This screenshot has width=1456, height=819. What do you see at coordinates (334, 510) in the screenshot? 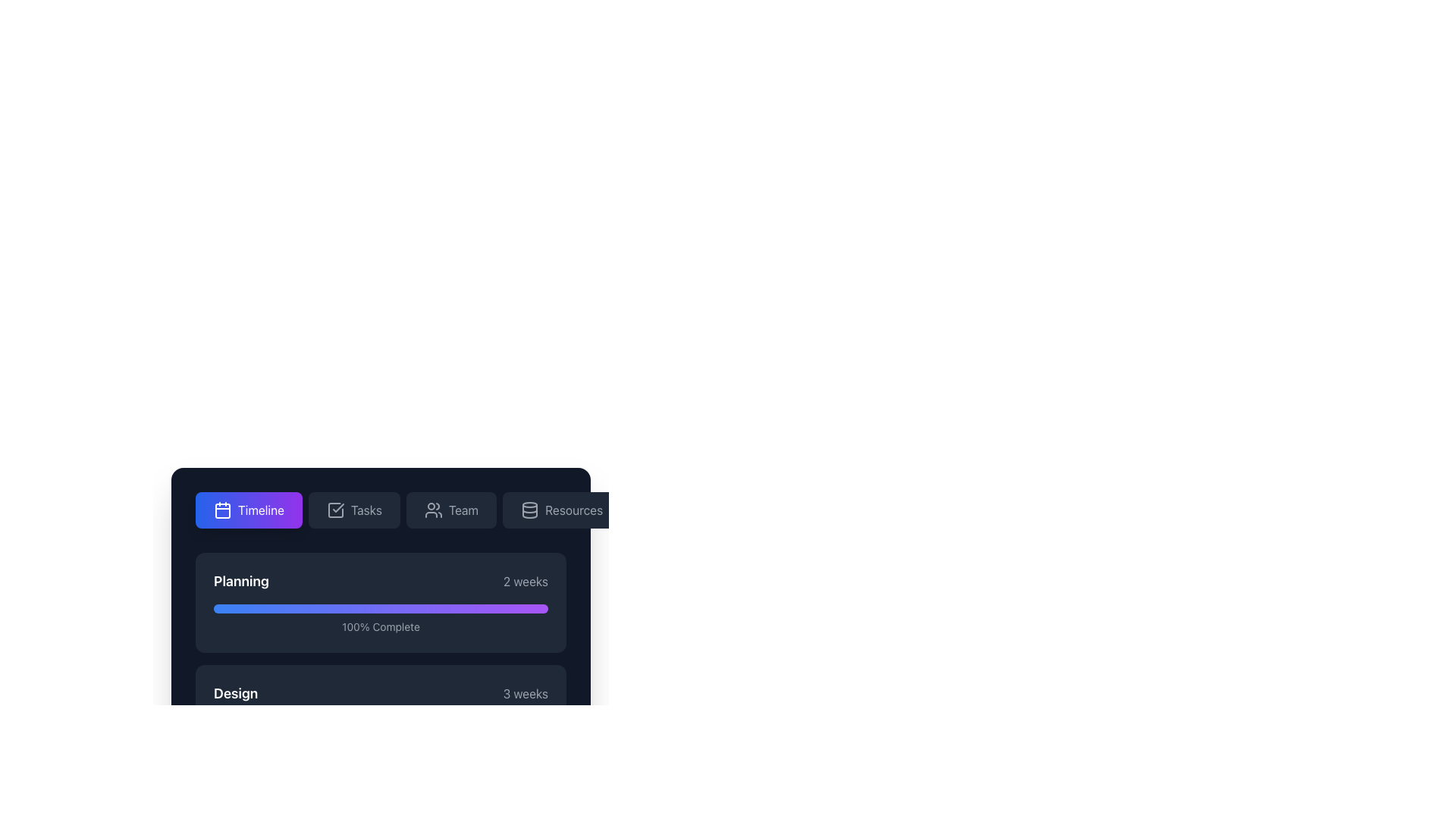
I see `the 'Tasks' button/icon located in the top section of the interface, which is the second item from the left` at bounding box center [334, 510].